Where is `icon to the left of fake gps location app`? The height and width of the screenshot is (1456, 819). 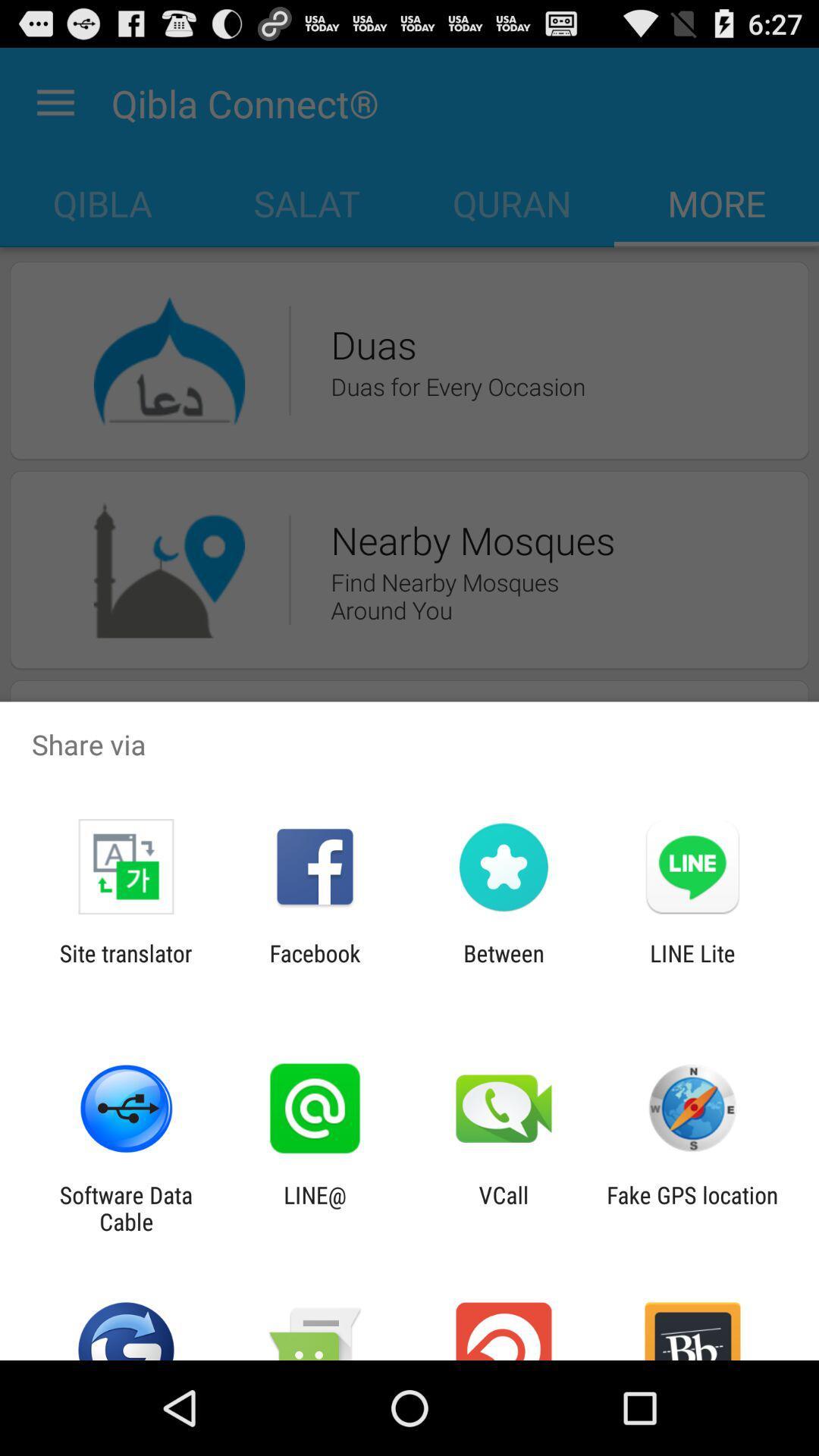
icon to the left of fake gps location app is located at coordinates (504, 1207).